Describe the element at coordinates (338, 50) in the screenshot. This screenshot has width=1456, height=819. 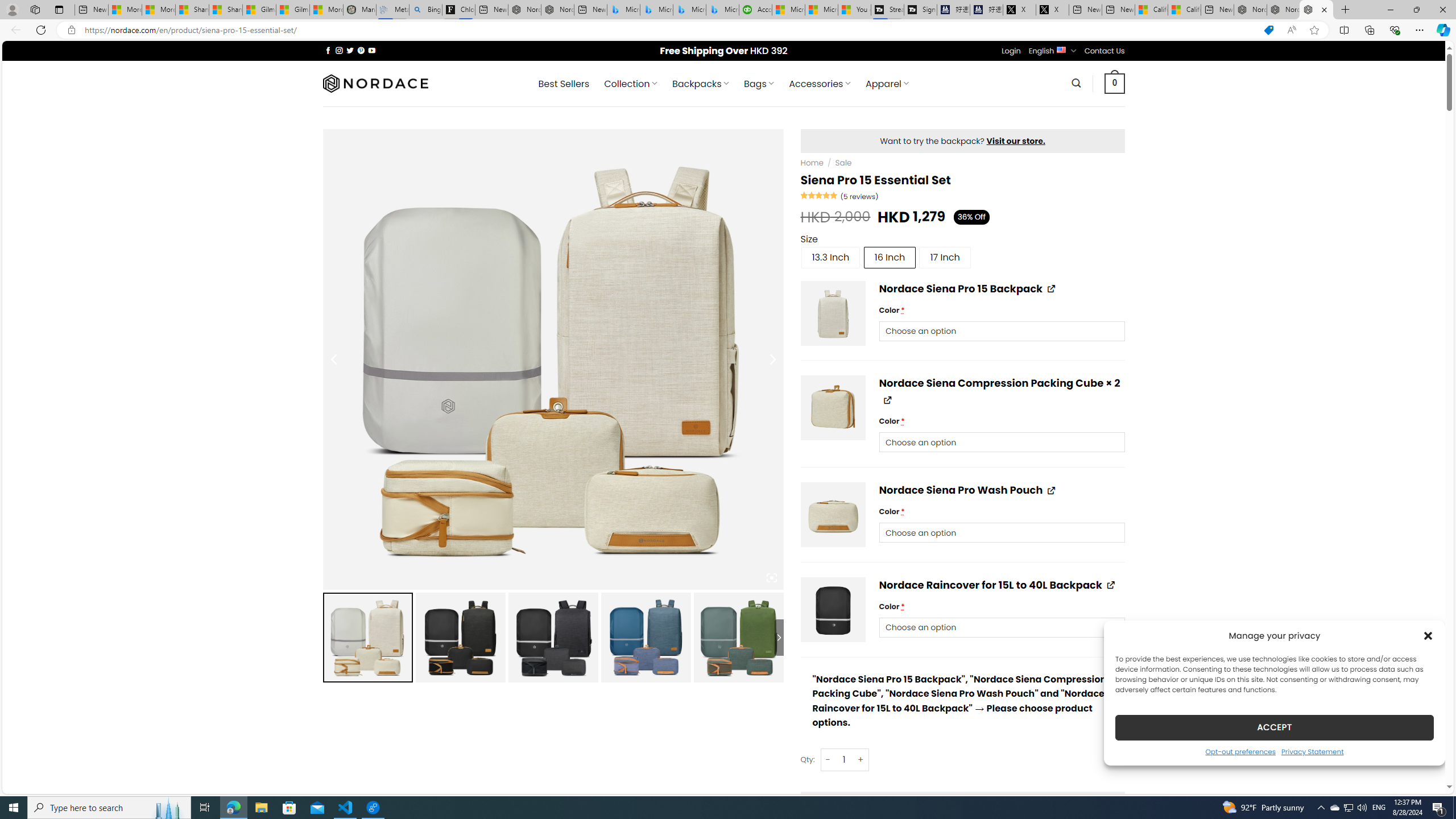
I see `'Follow on Instagram'` at that location.